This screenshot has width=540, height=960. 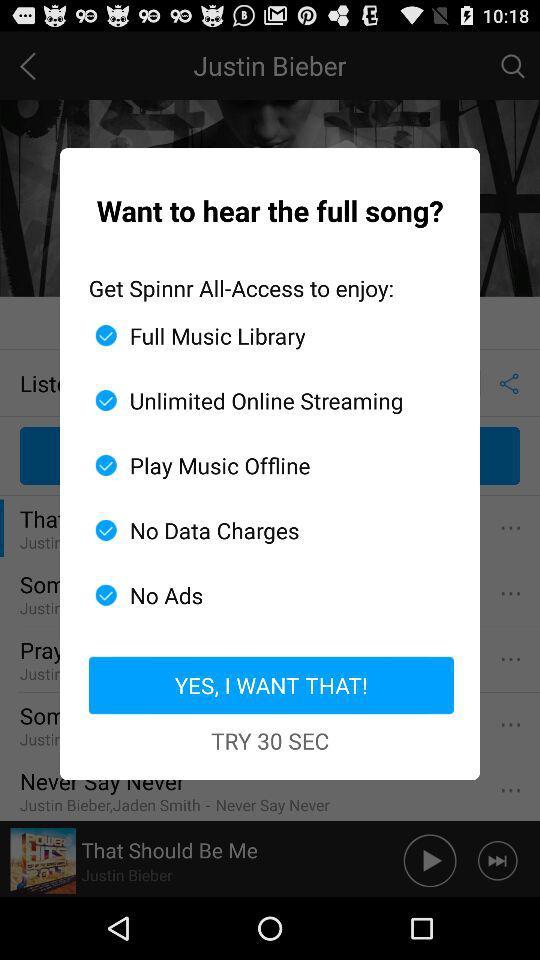 I want to click on icon above the no ads item, so click(x=262, y=529).